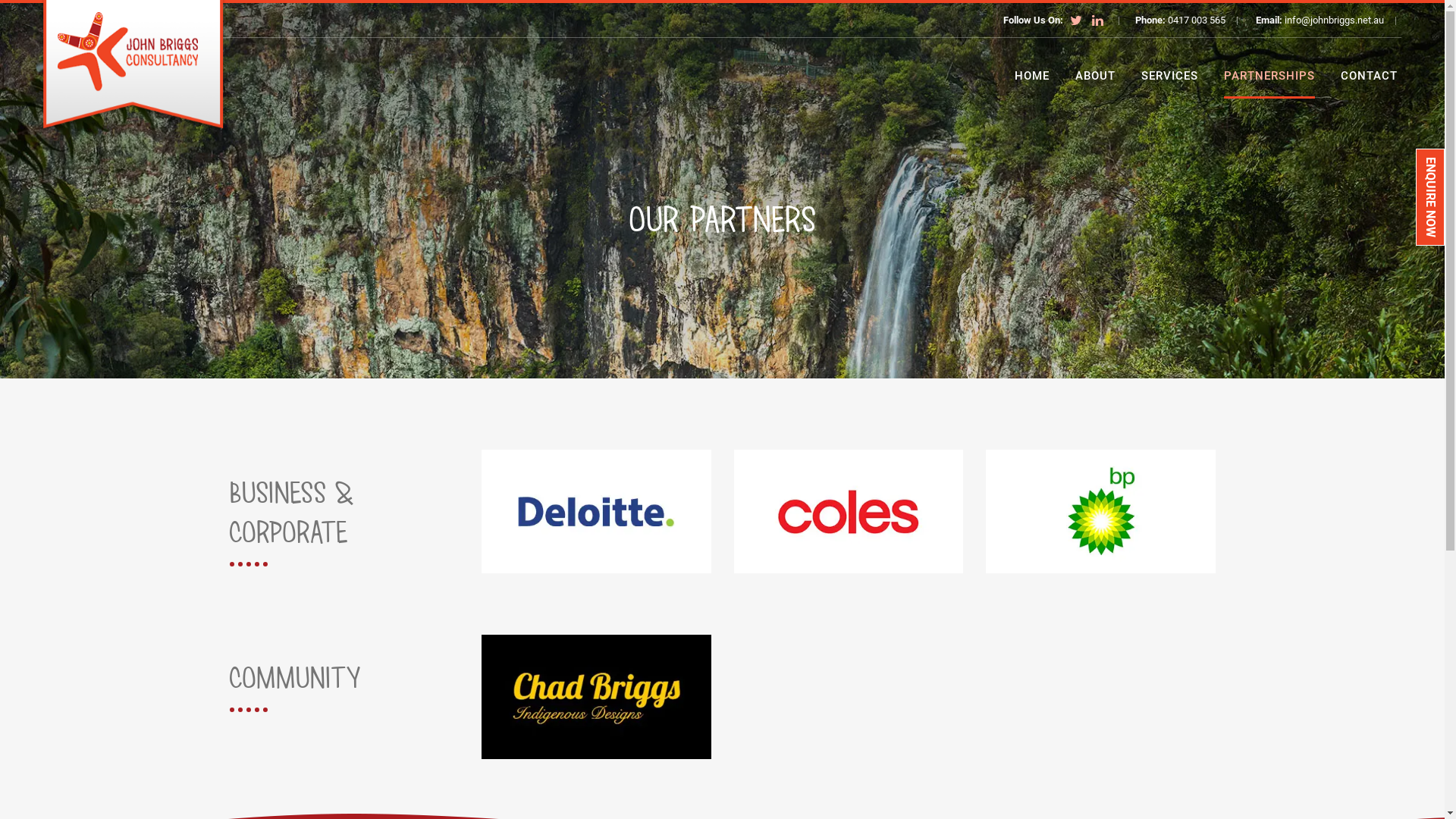  I want to click on 'CONTACT', so click(1369, 76).